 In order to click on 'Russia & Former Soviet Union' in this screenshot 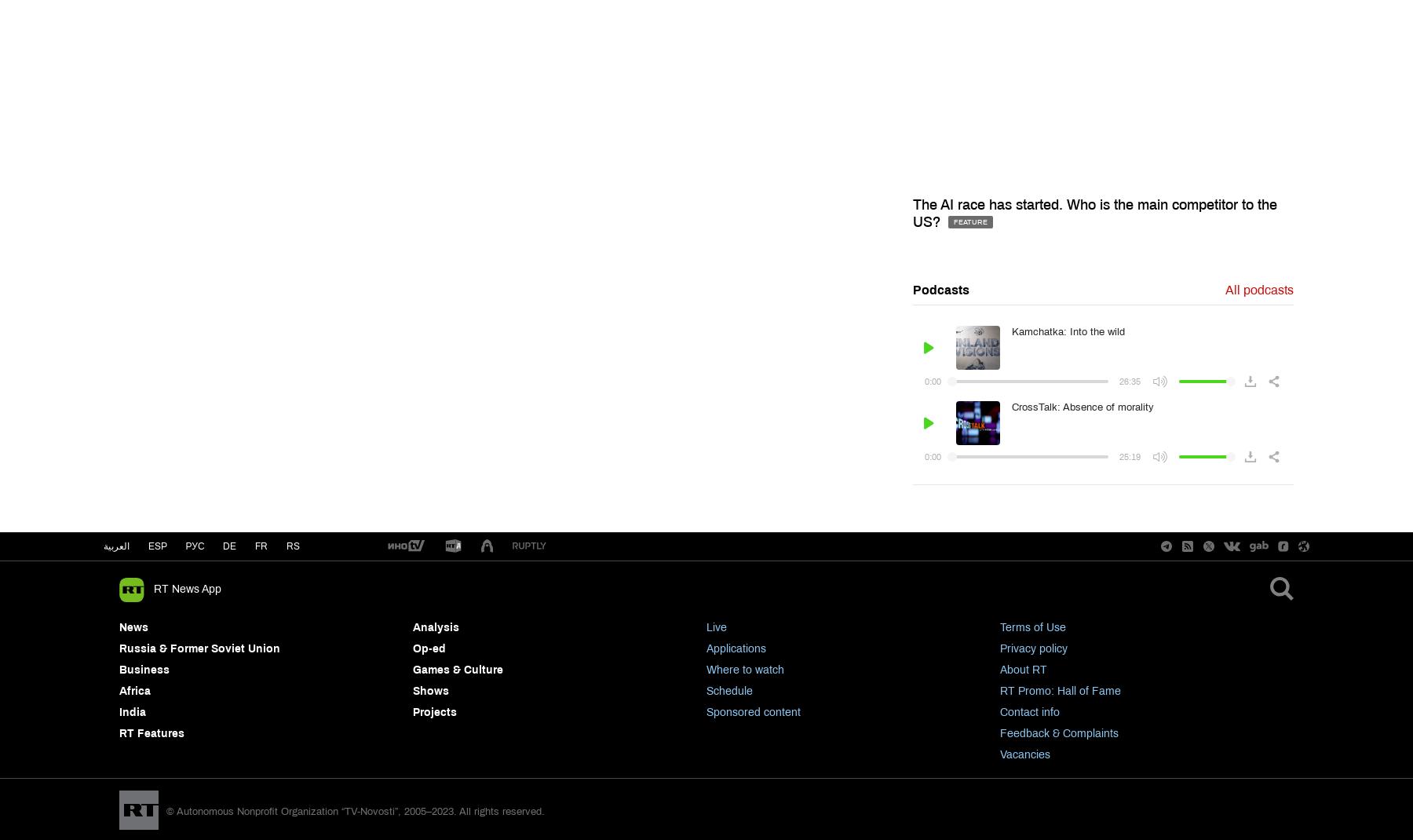, I will do `click(199, 648)`.